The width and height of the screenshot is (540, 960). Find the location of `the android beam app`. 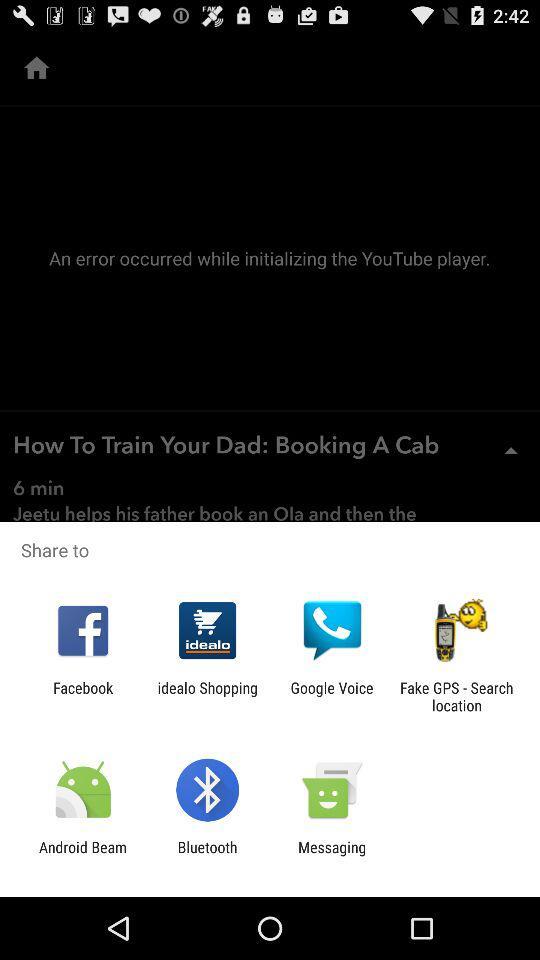

the android beam app is located at coordinates (82, 855).